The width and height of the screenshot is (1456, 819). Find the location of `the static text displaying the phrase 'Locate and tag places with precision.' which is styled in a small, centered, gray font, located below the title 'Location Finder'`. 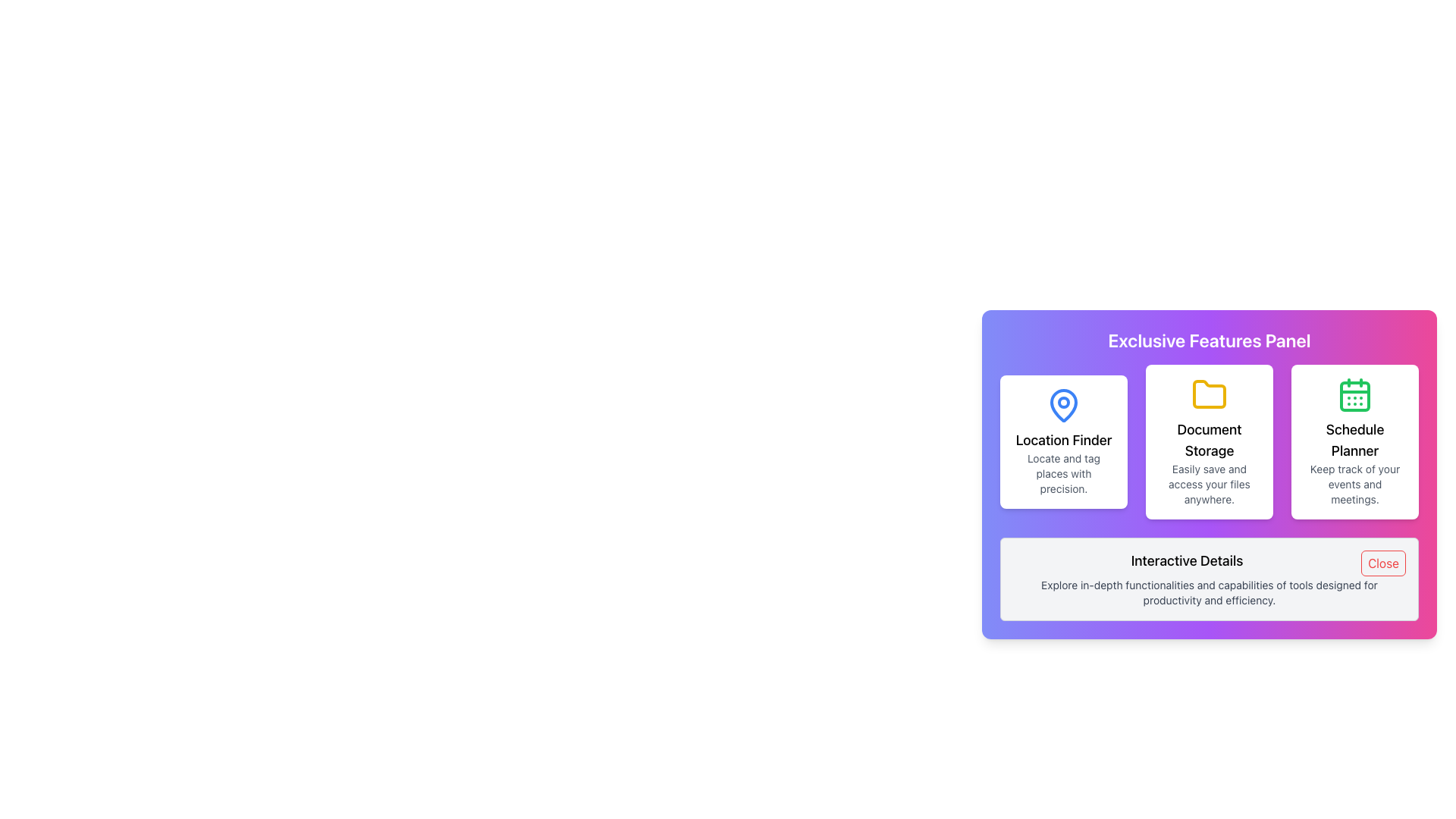

the static text displaying the phrase 'Locate and tag places with precision.' which is styled in a small, centered, gray font, located below the title 'Location Finder' is located at coordinates (1062, 472).